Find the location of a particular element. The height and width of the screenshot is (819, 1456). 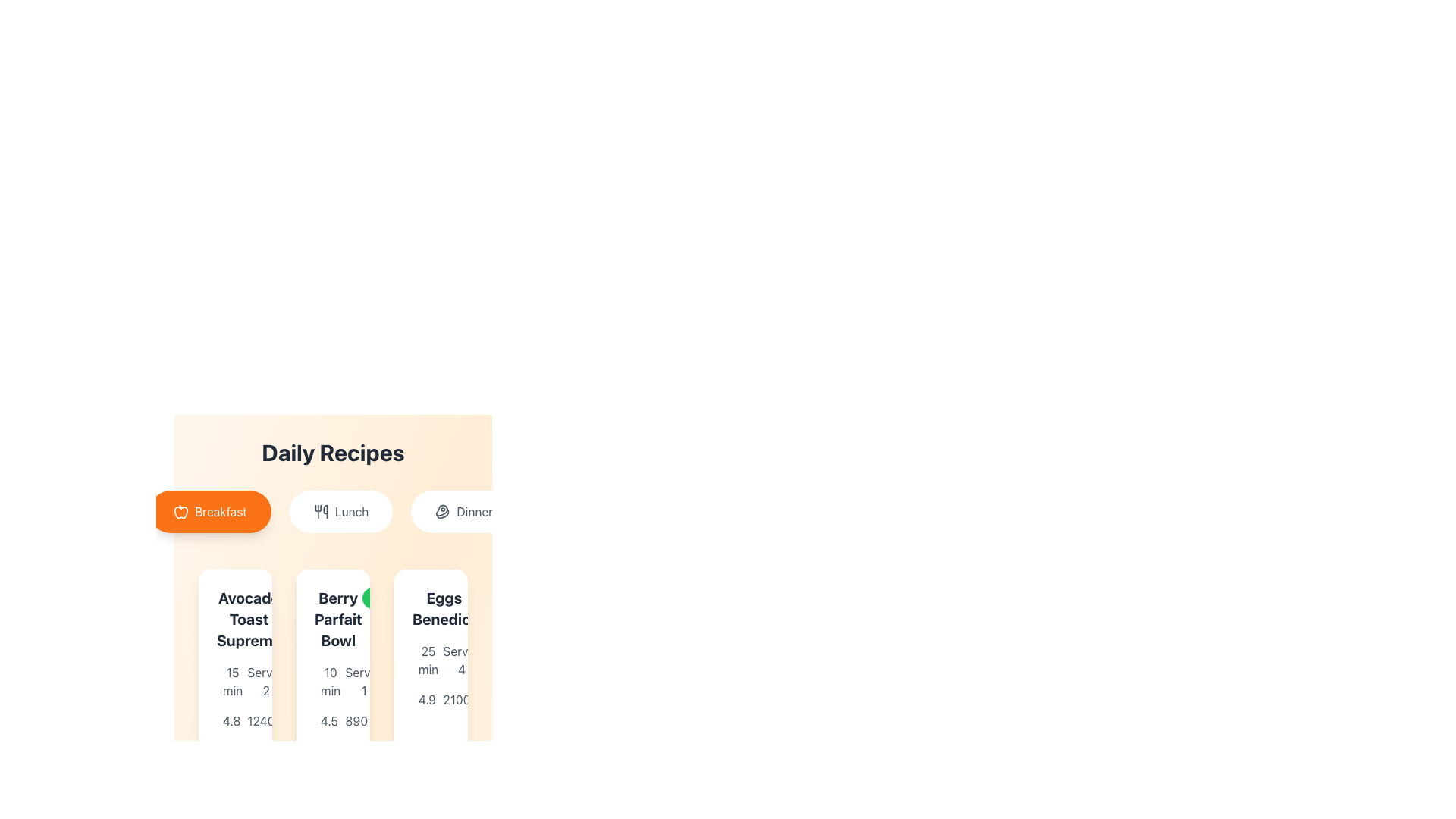

the text element displaying the recipe title 'Eggs Benedict' and its difficulty level 'Medium' in the third recipe card to emphasize it is located at coordinates (430, 607).